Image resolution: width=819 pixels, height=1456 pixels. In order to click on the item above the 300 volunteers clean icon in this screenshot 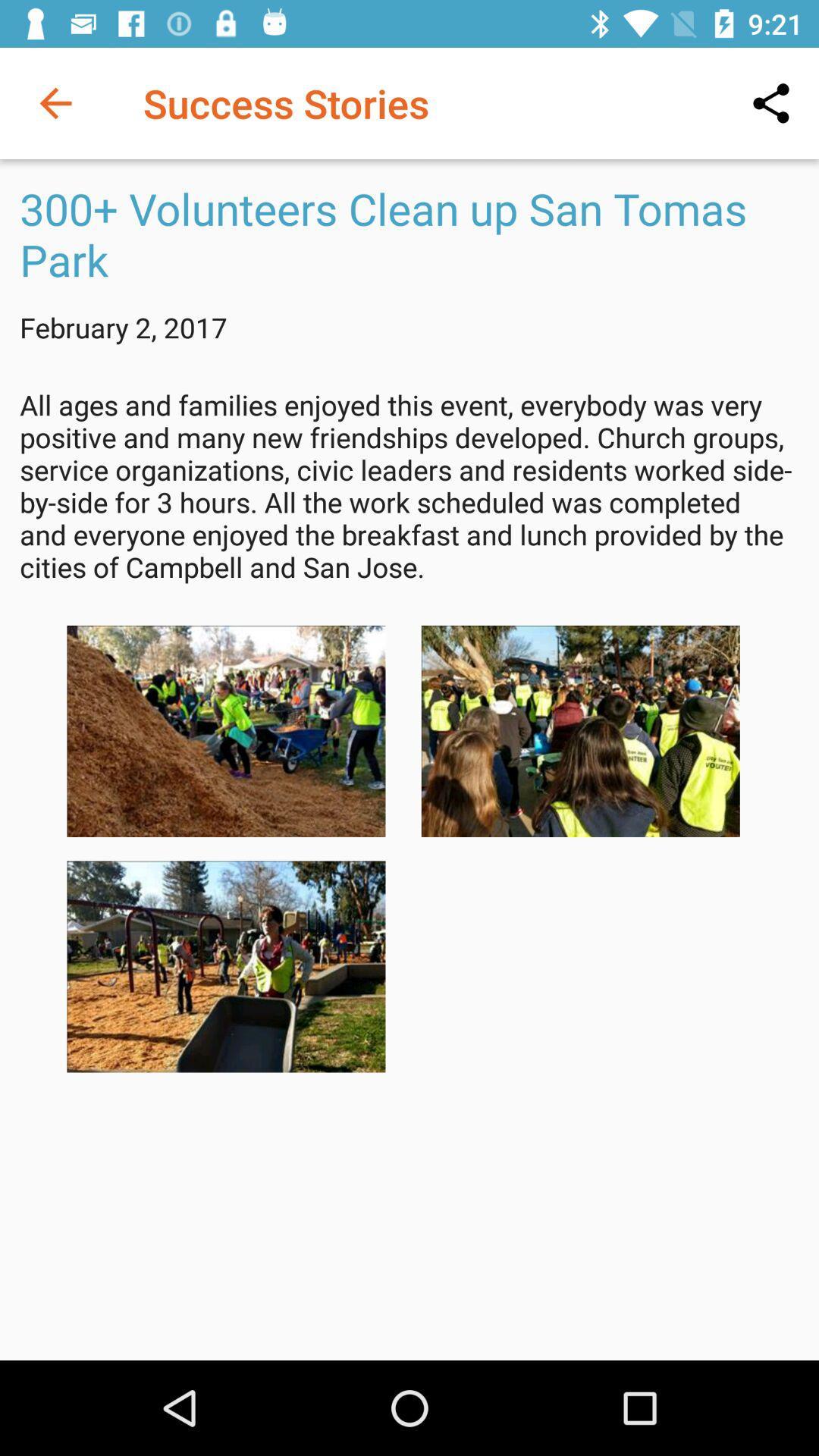, I will do `click(771, 102)`.